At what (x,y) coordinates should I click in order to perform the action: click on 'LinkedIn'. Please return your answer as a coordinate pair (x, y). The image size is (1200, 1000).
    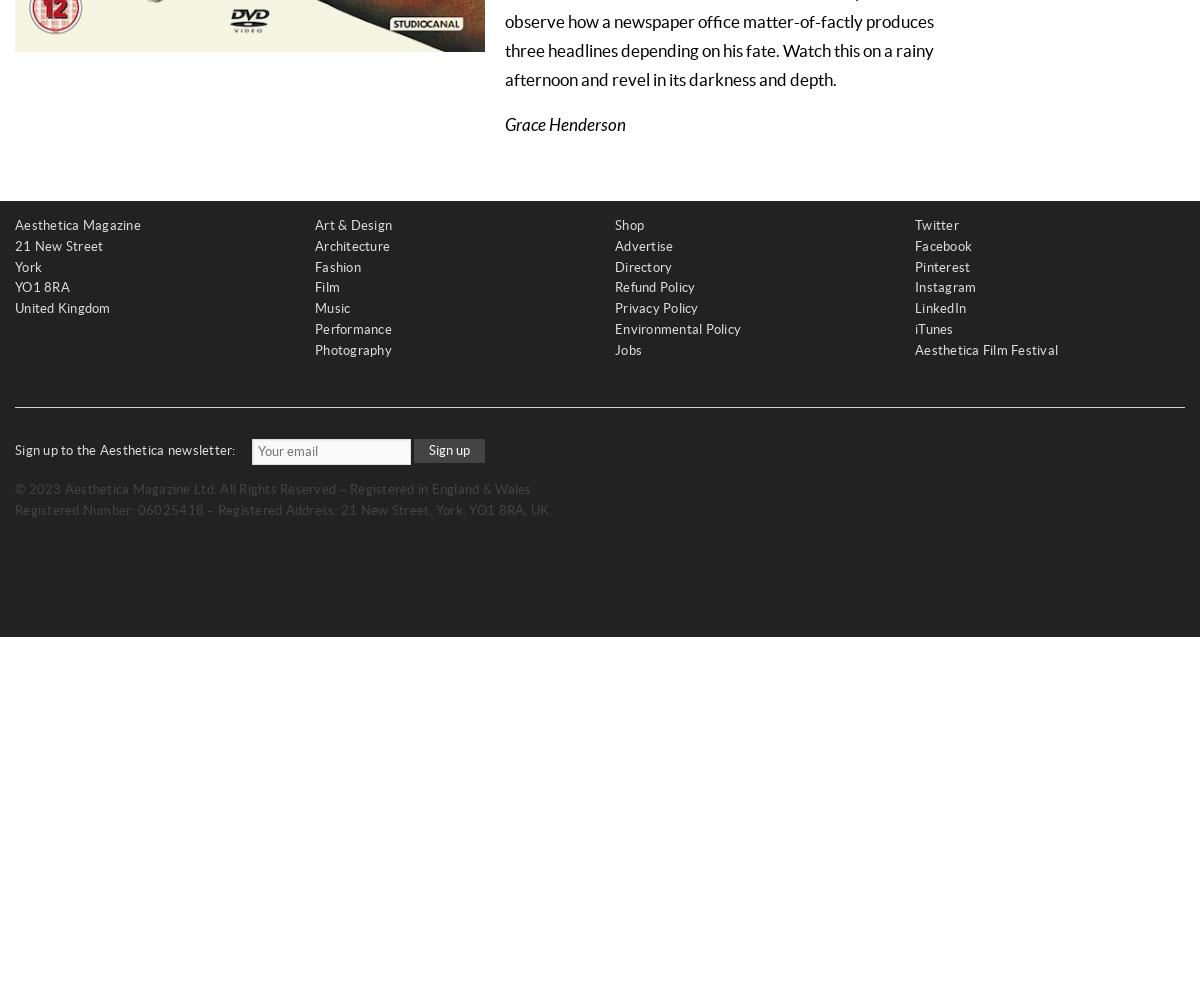
    Looking at the image, I should click on (915, 308).